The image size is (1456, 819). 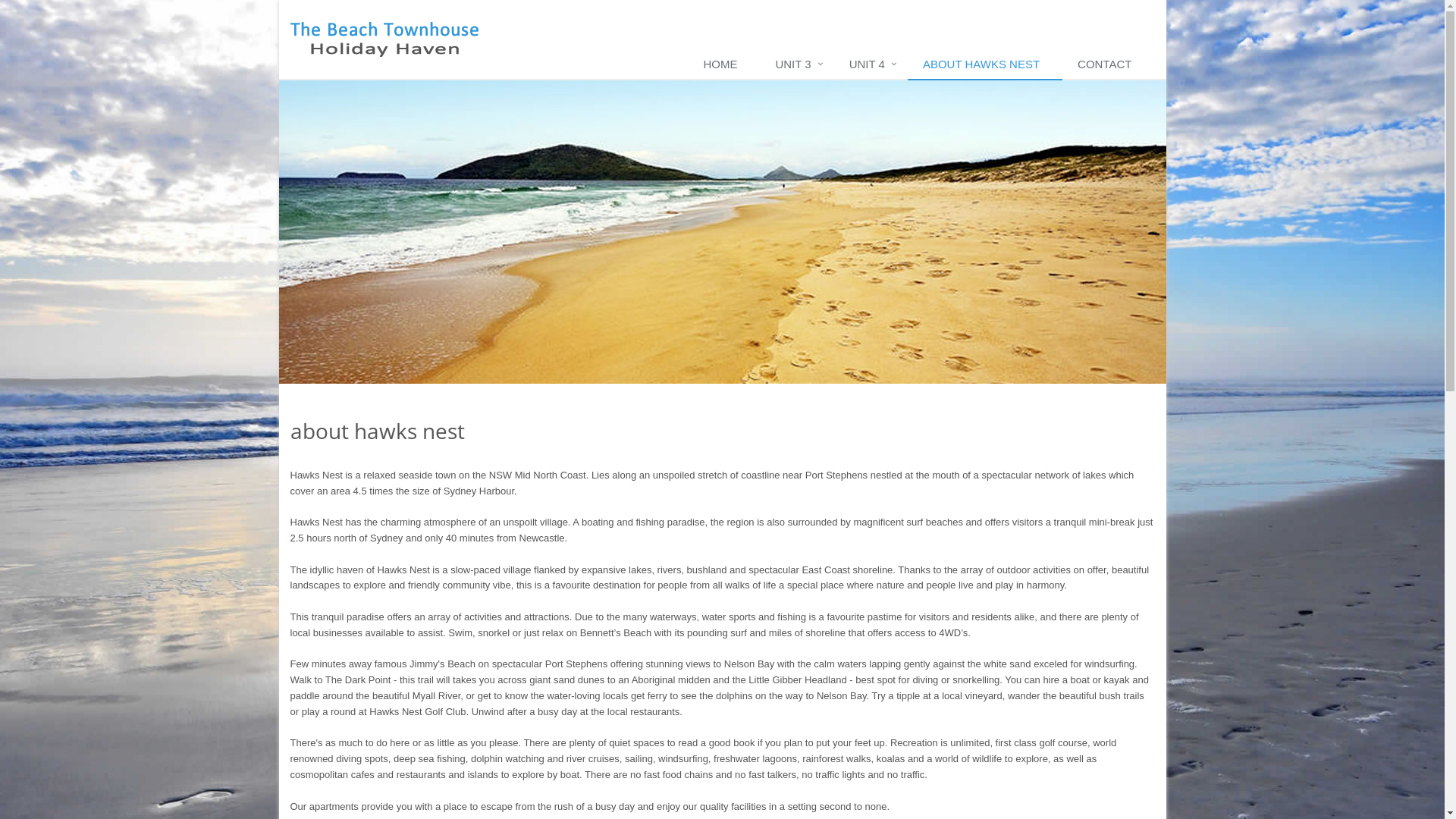 What do you see at coordinates (1108, 64) in the screenshot?
I see `'CONTACT'` at bounding box center [1108, 64].